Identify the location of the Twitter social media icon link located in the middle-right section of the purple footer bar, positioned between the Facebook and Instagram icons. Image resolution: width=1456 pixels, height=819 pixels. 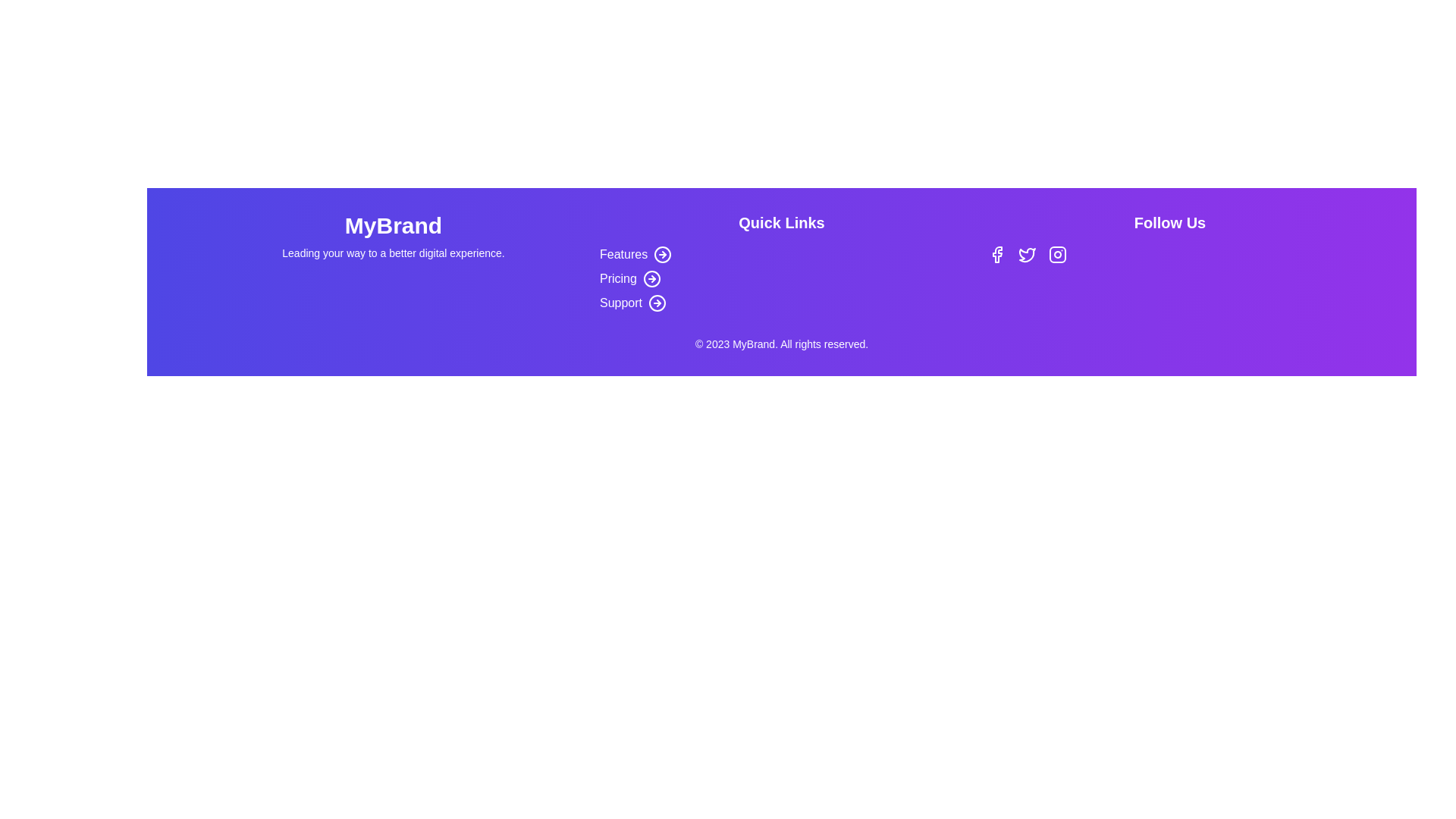
(1027, 253).